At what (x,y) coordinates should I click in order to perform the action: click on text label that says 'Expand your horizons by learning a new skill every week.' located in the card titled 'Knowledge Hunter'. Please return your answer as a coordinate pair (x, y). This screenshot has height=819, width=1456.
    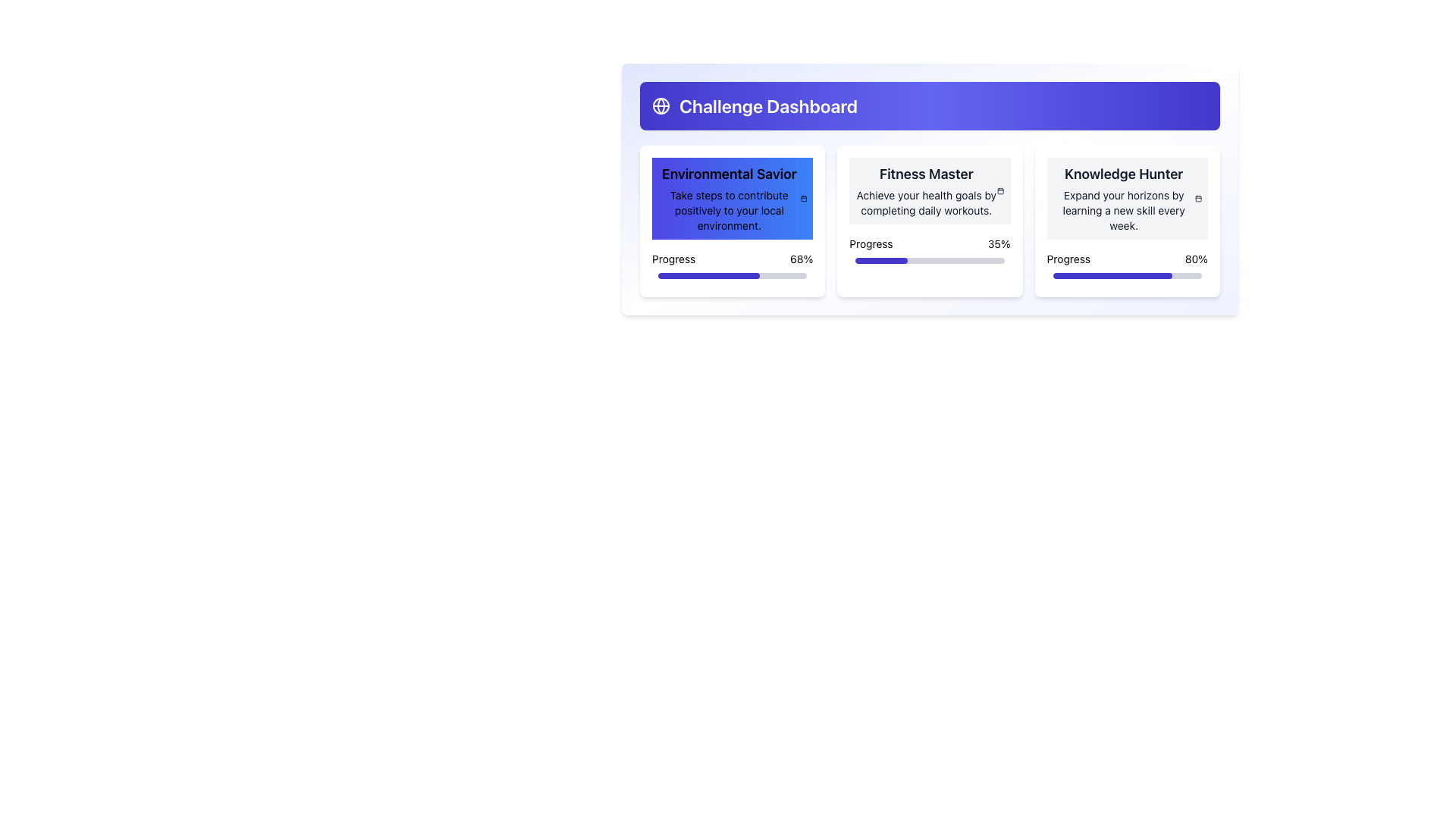
    Looking at the image, I should click on (1124, 210).